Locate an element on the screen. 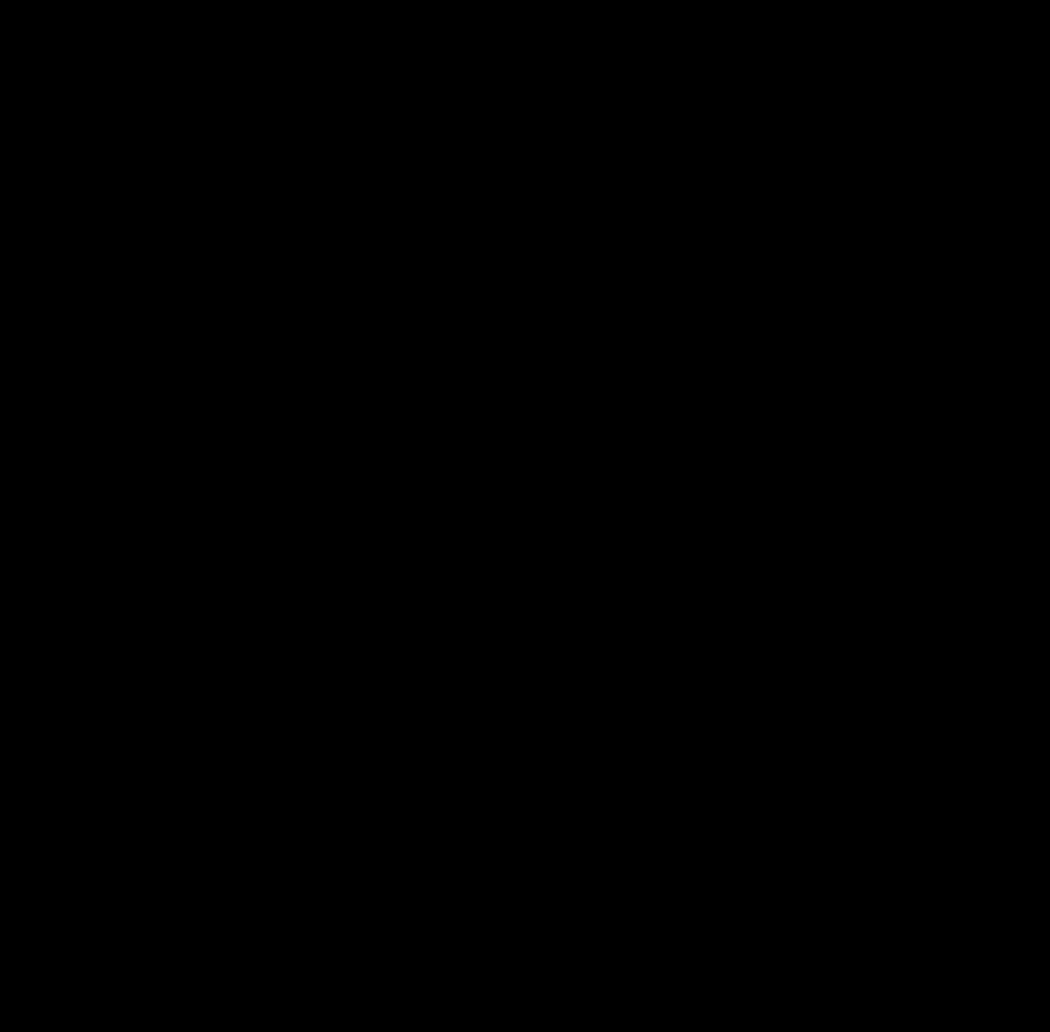 The width and height of the screenshot is (1050, 1032). '"Schetky is extremely happy working with these savvy marketers, and have seen real results! We highly recommend their services to anyone looking to see a return on their marketing dollars!"' is located at coordinates (550, 56).